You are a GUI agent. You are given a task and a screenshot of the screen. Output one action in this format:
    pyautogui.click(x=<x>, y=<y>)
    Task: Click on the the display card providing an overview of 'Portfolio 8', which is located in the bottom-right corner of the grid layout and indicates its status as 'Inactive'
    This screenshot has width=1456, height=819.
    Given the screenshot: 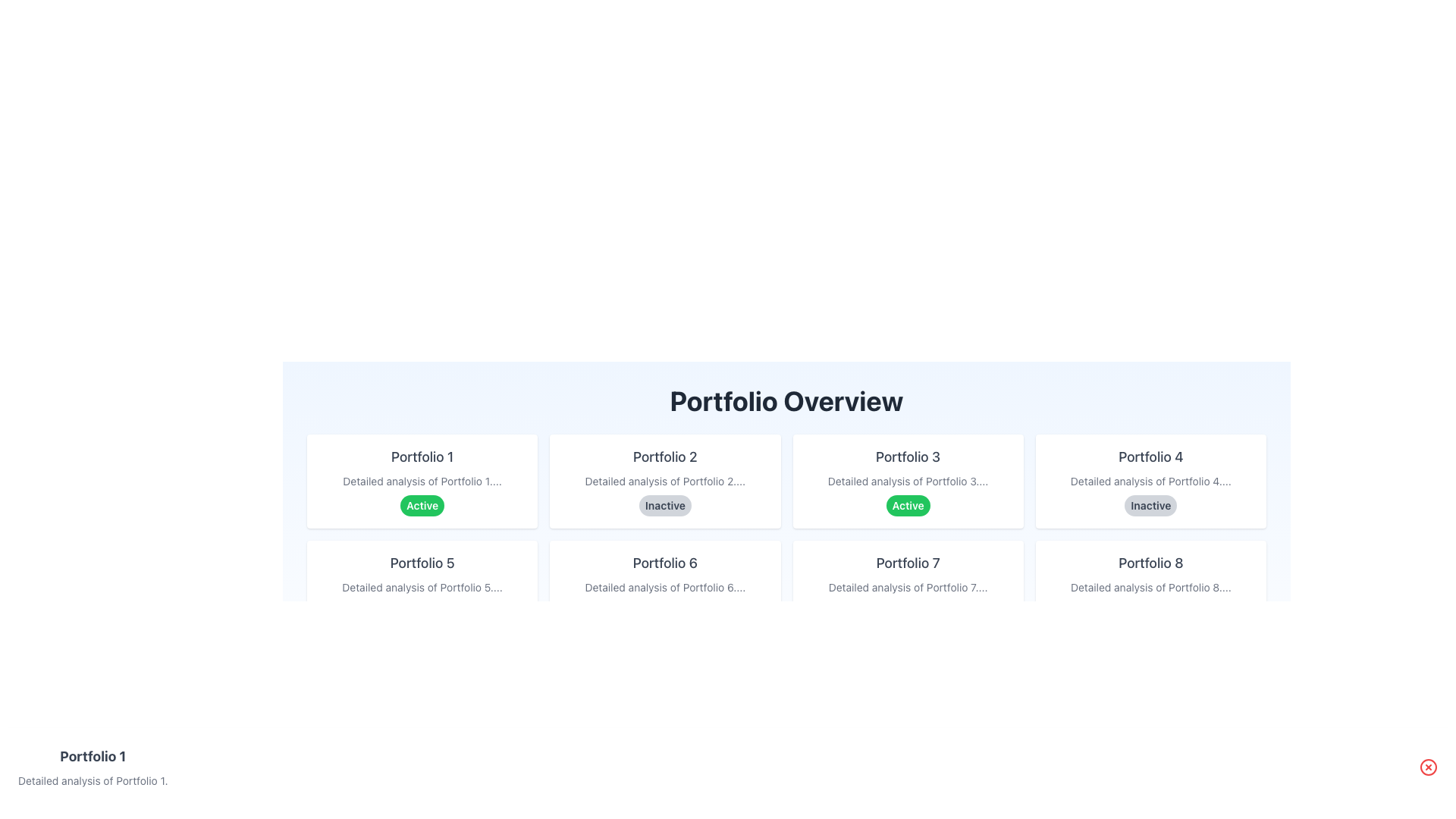 What is the action you would take?
    pyautogui.click(x=1150, y=587)
    